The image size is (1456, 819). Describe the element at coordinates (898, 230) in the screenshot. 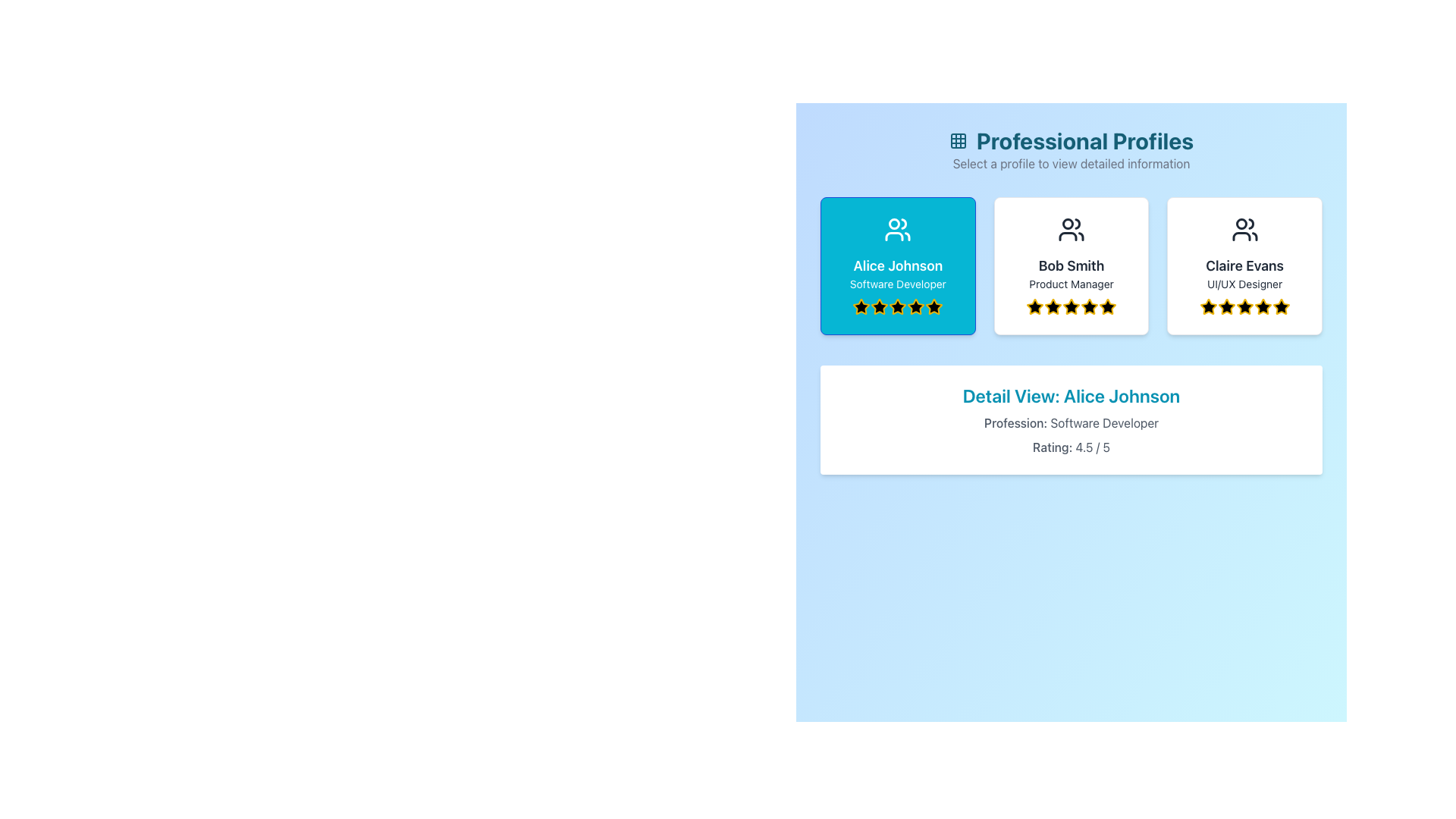

I see `the icon resembling a group of people with a white outline on a cyan background, located within the card displaying 'Alice Johnson - Software Developer.'` at that location.